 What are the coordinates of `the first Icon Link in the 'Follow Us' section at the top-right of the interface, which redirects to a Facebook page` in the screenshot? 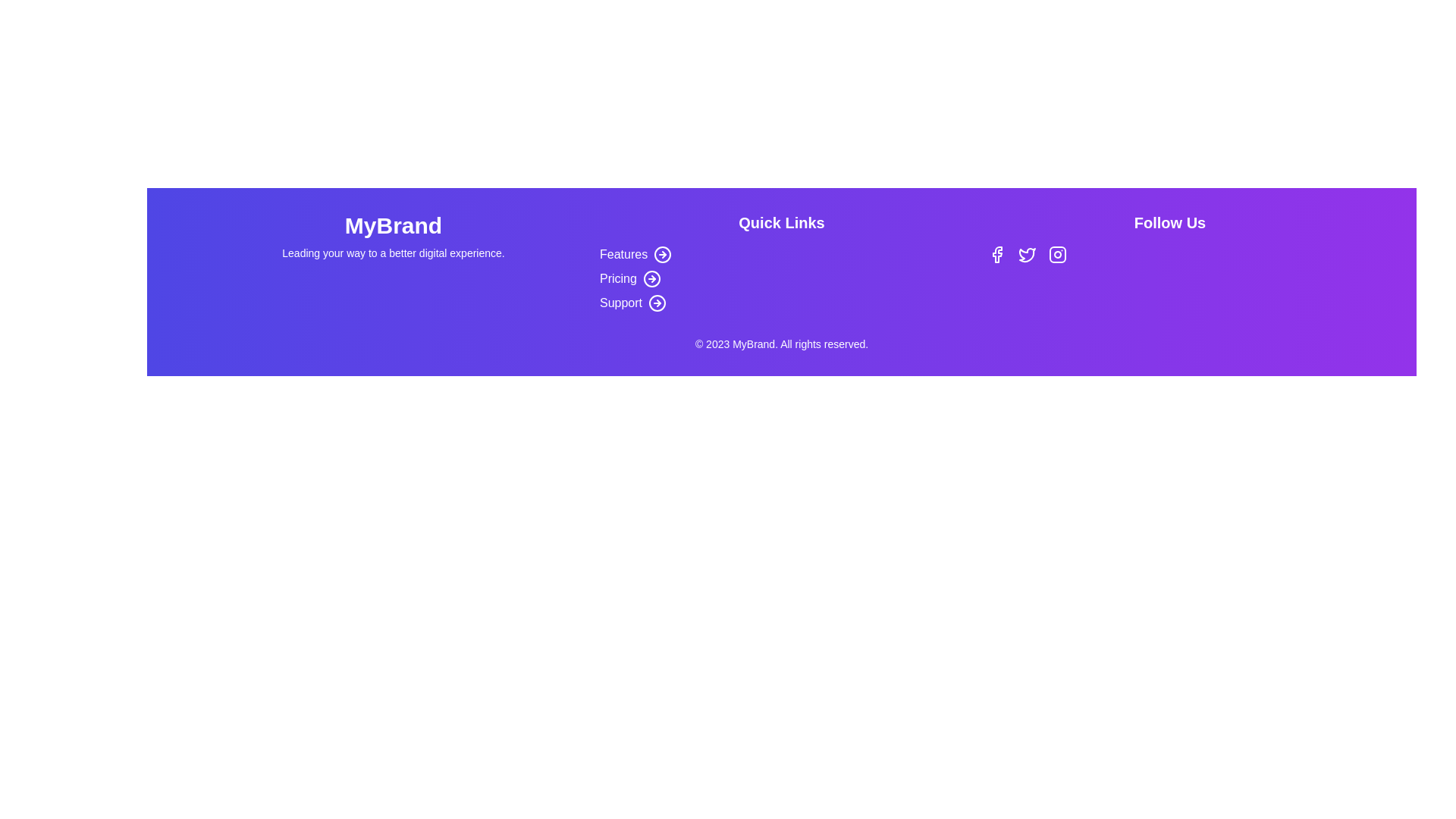 It's located at (997, 253).